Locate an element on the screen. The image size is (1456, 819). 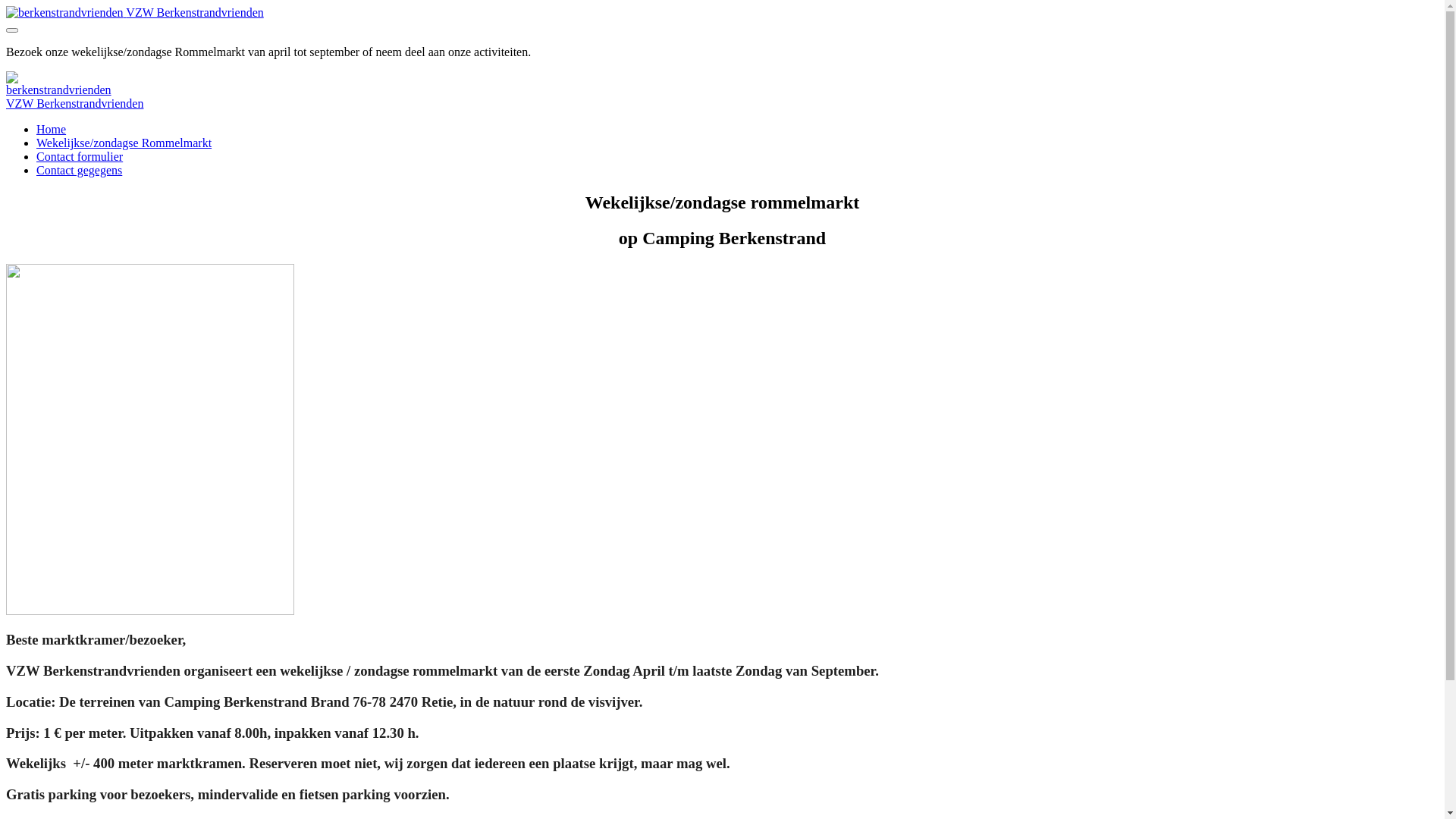
'Home' is located at coordinates (51, 128).